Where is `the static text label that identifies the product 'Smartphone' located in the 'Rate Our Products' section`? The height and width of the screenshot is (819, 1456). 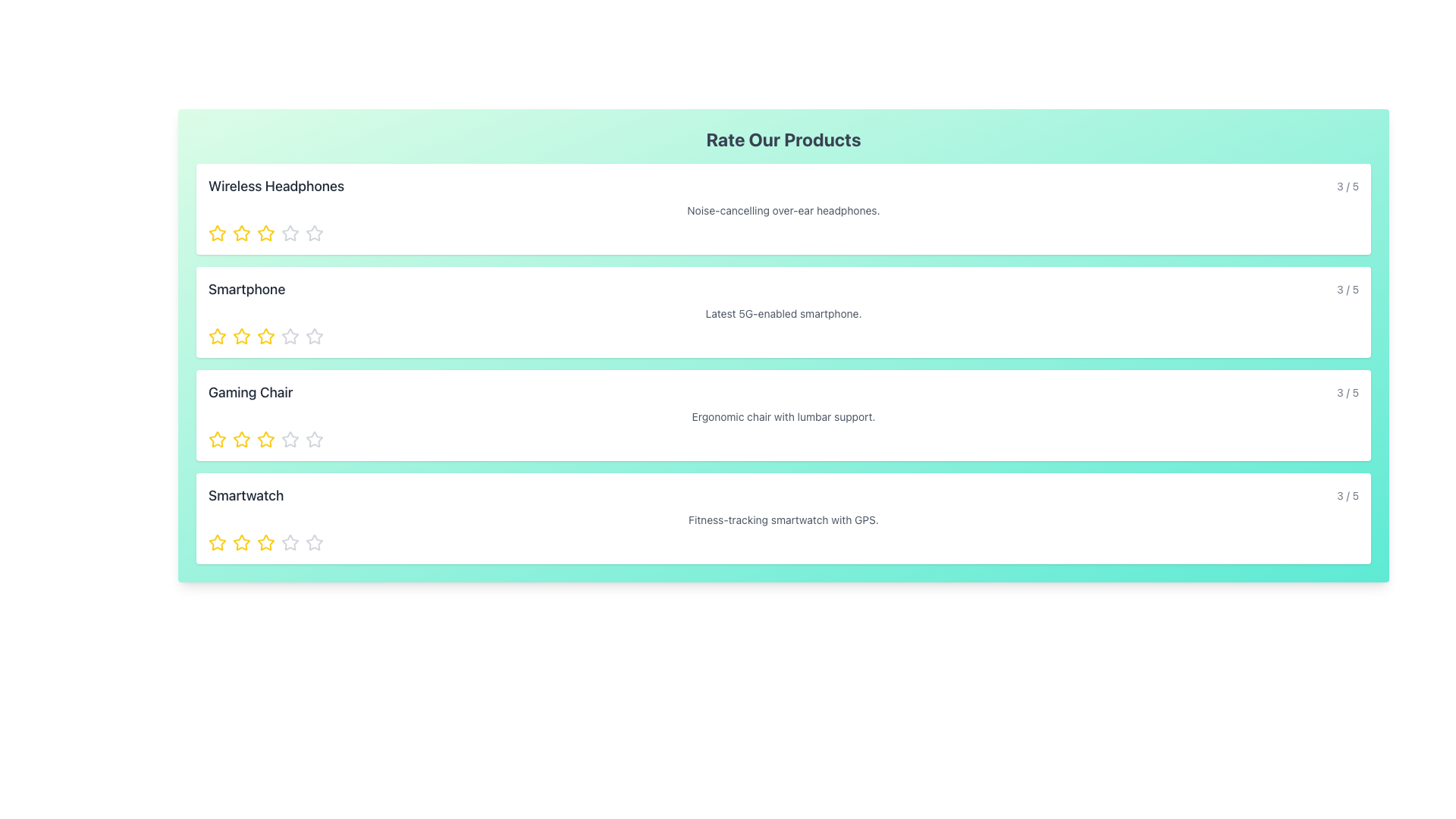 the static text label that identifies the product 'Smartphone' located in the 'Rate Our Products' section is located at coordinates (246, 289).